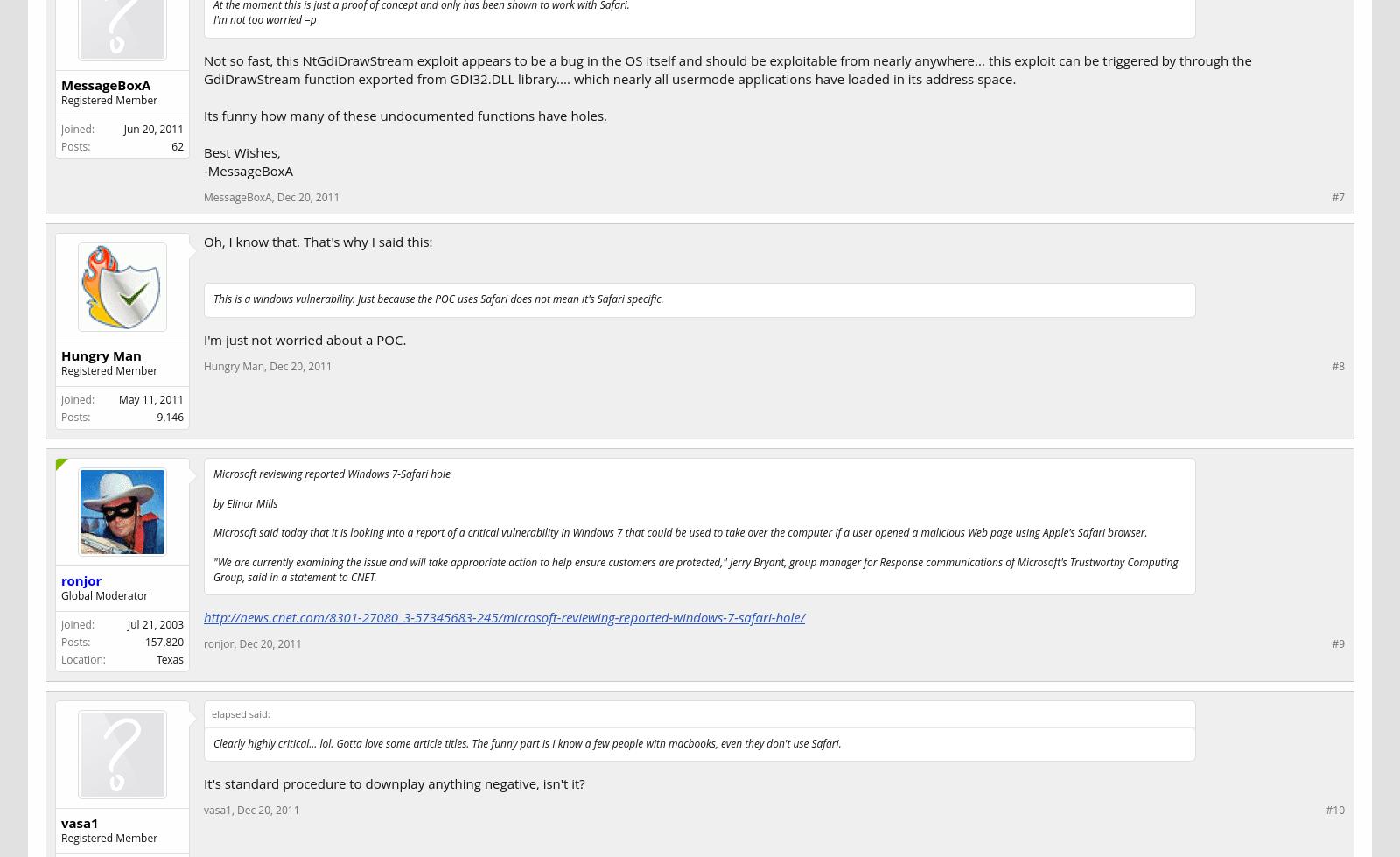  I want to click on 'Oh, I know that. That's why I said this:', so click(318, 241).